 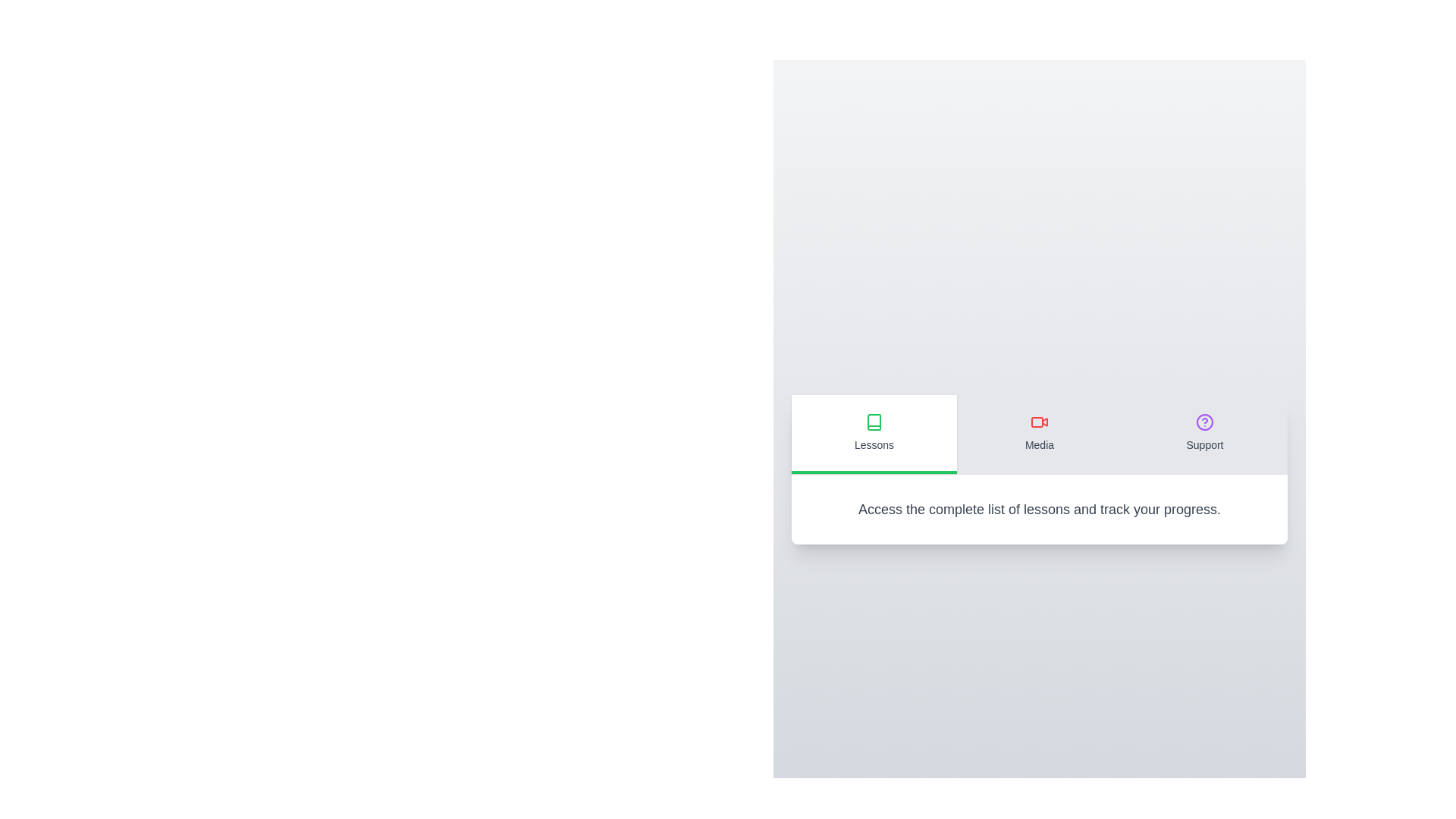 What do you see at coordinates (1203, 434) in the screenshot?
I see `the Support tab by clicking on its button` at bounding box center [1203, 434].